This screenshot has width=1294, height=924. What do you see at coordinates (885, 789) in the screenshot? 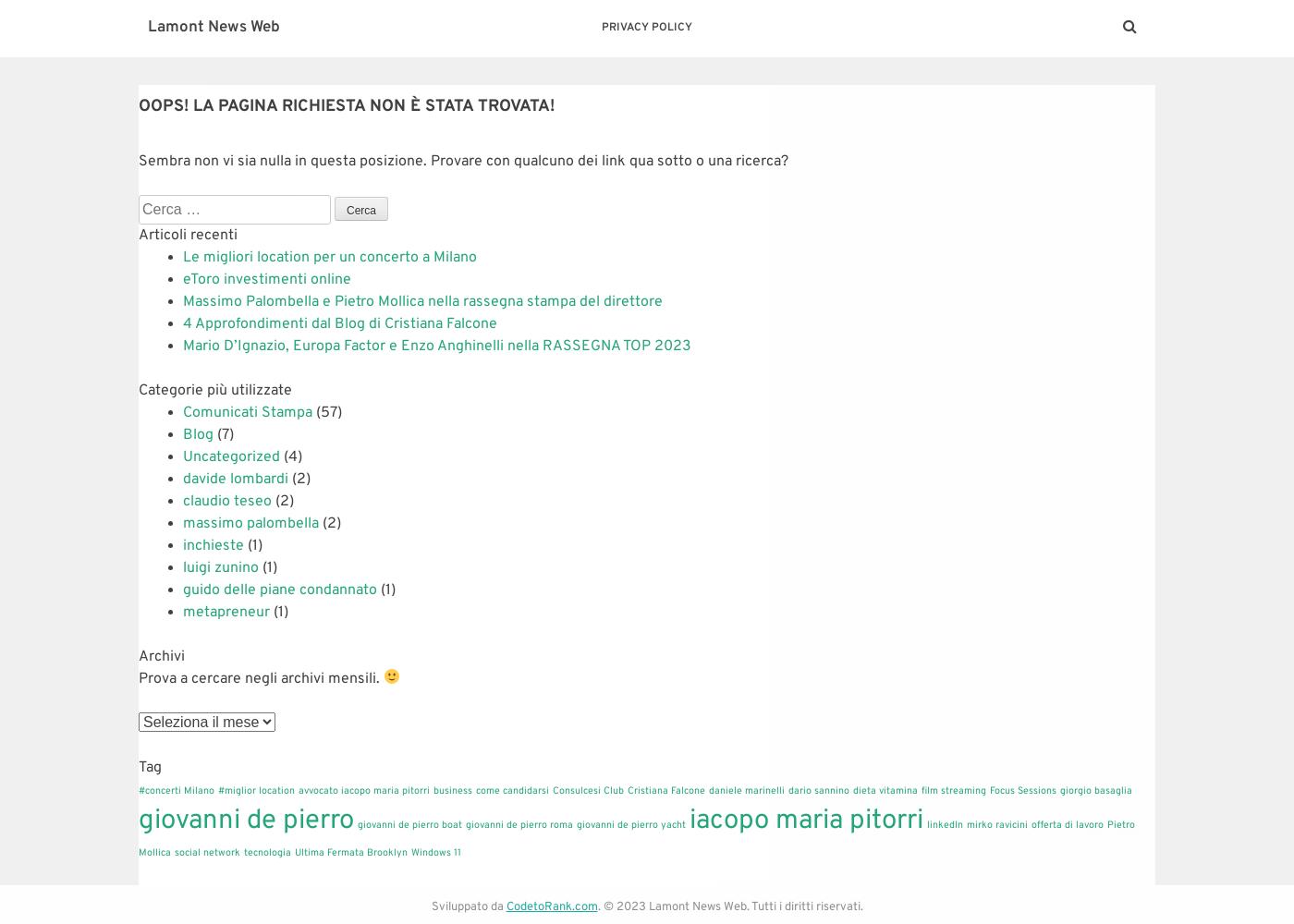
I see `'dieta vitamina'` at bounding box center [885, 789].